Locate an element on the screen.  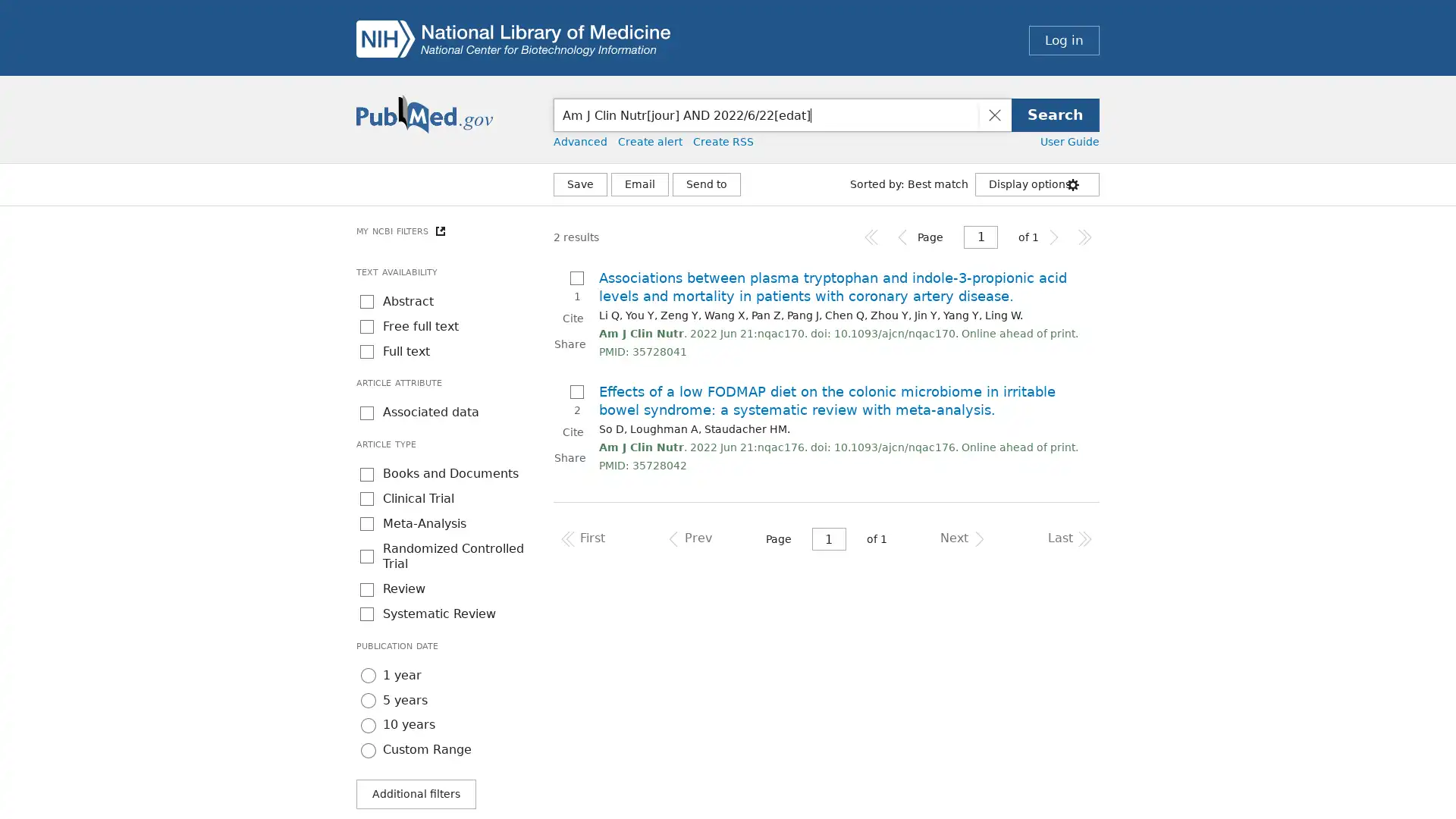
Navigates to the previous page of results. is located at coordinates (690, 538).